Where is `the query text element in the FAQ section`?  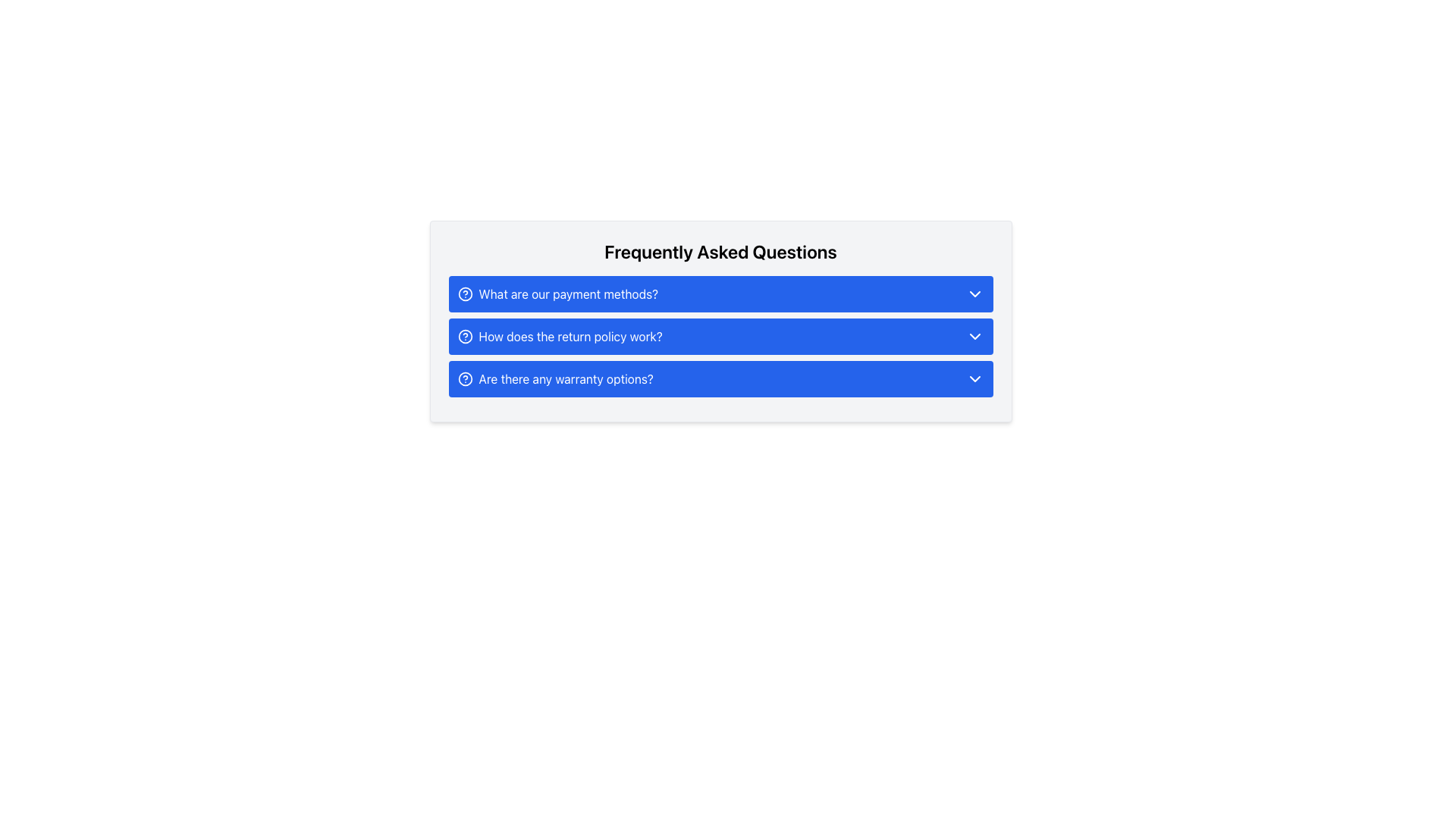
the query text element in the FAQ section is located at coordinates (557, 294).